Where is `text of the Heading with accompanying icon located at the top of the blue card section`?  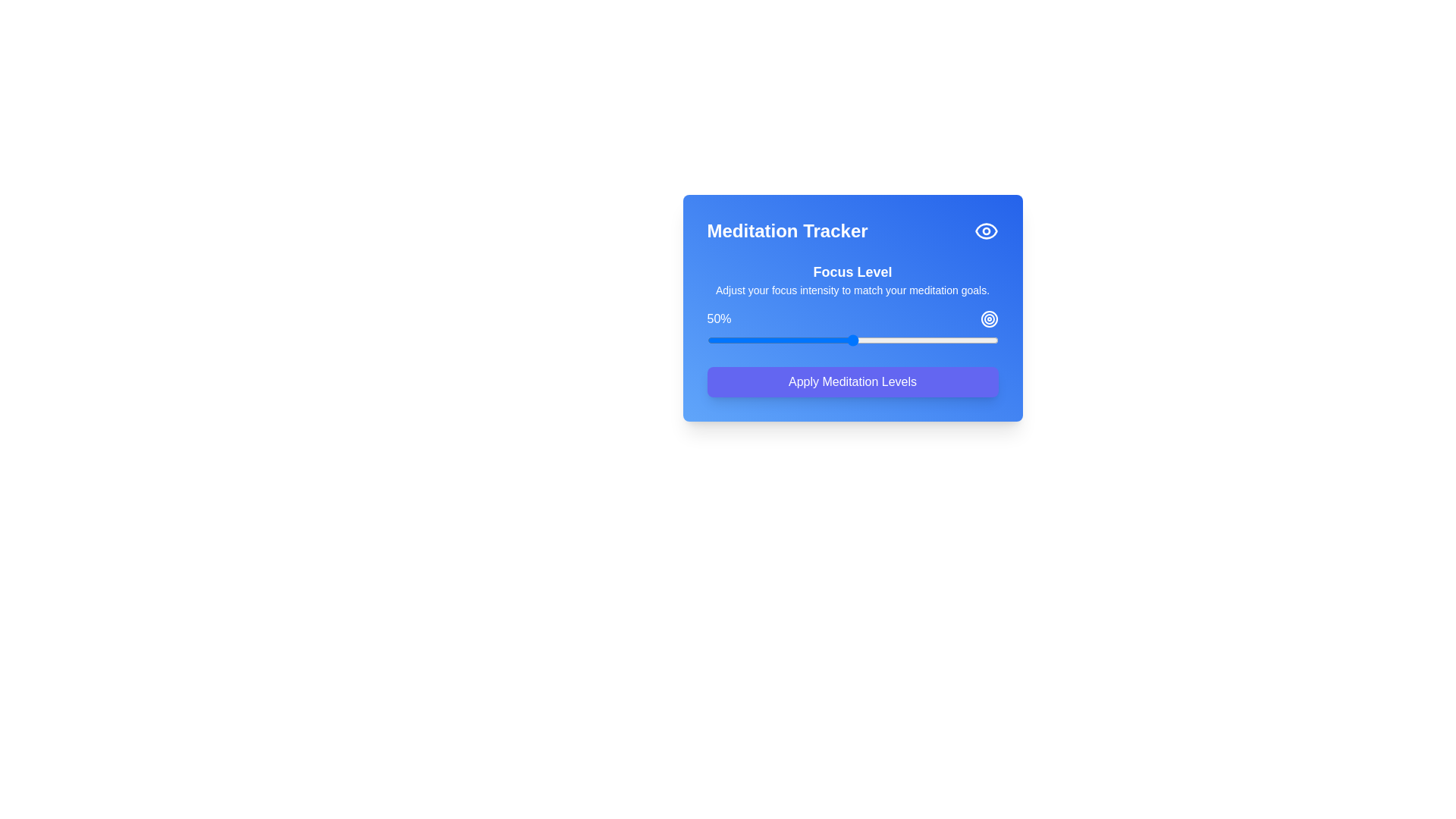
text of the Heading with accompanying icon located at the top of the blue card section is located at coordinates (852, 231).